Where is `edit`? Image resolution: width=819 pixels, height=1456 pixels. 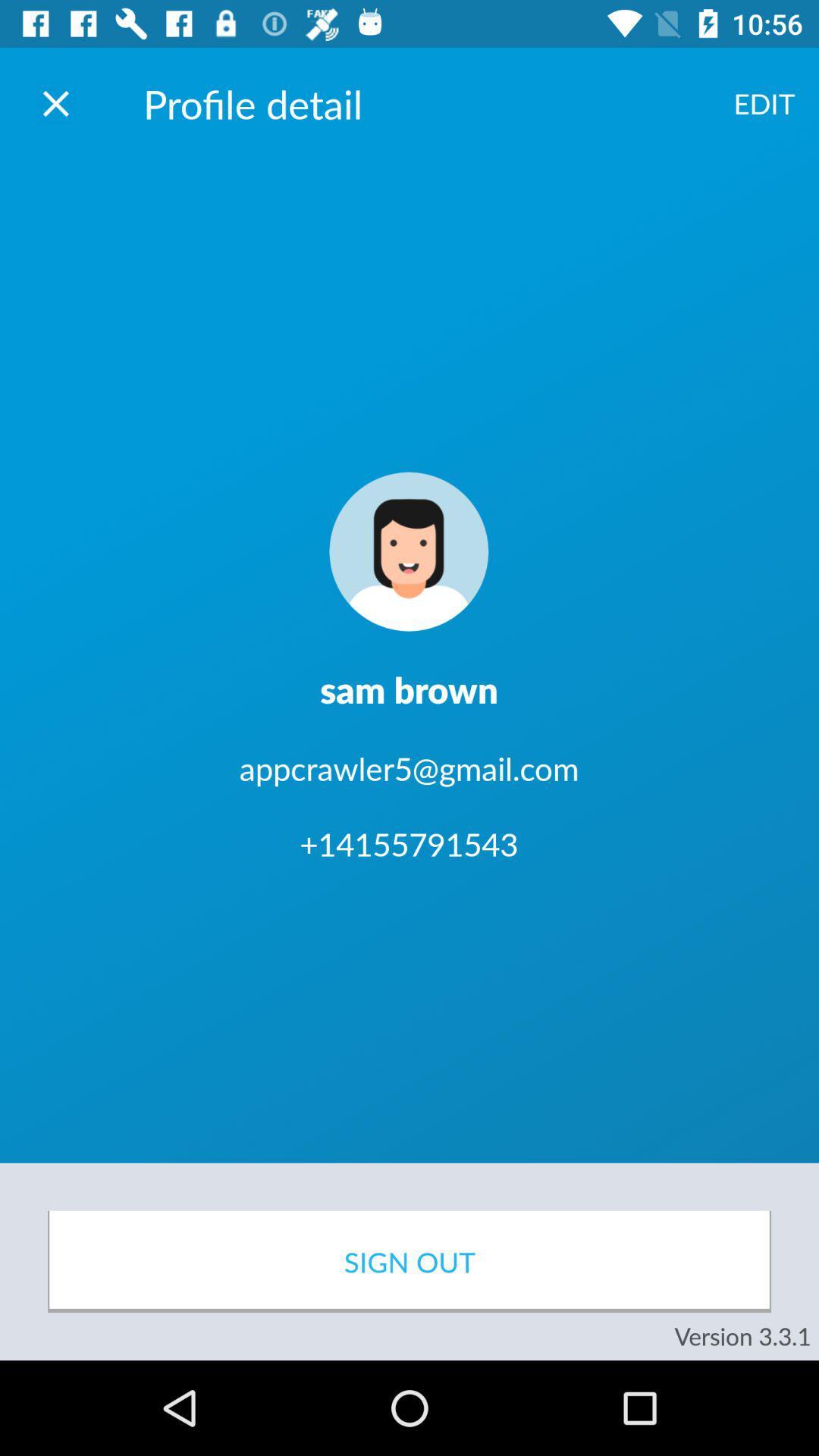
edit is located at coordinates (764, 102).